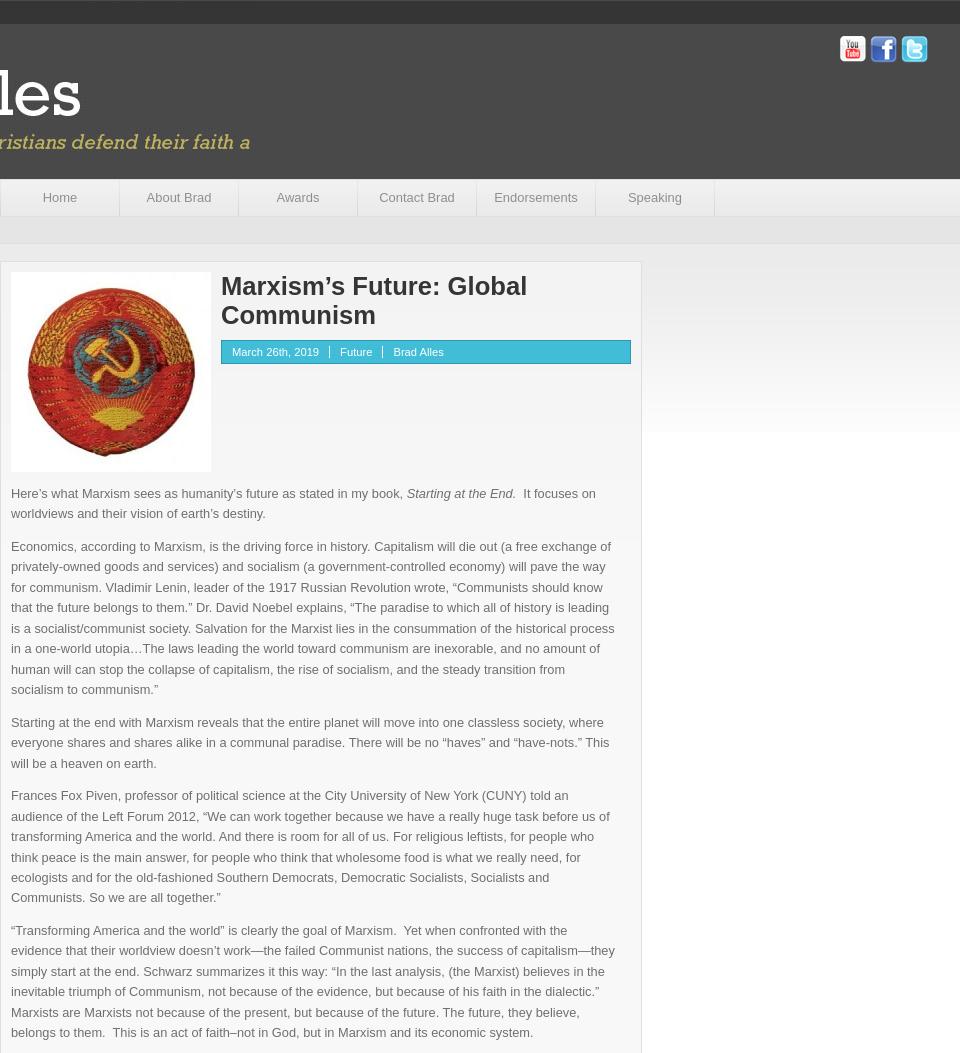  Describe the element at coordinates (415, 197) in the screenshot. I see `'Contact Brad'` at that location.